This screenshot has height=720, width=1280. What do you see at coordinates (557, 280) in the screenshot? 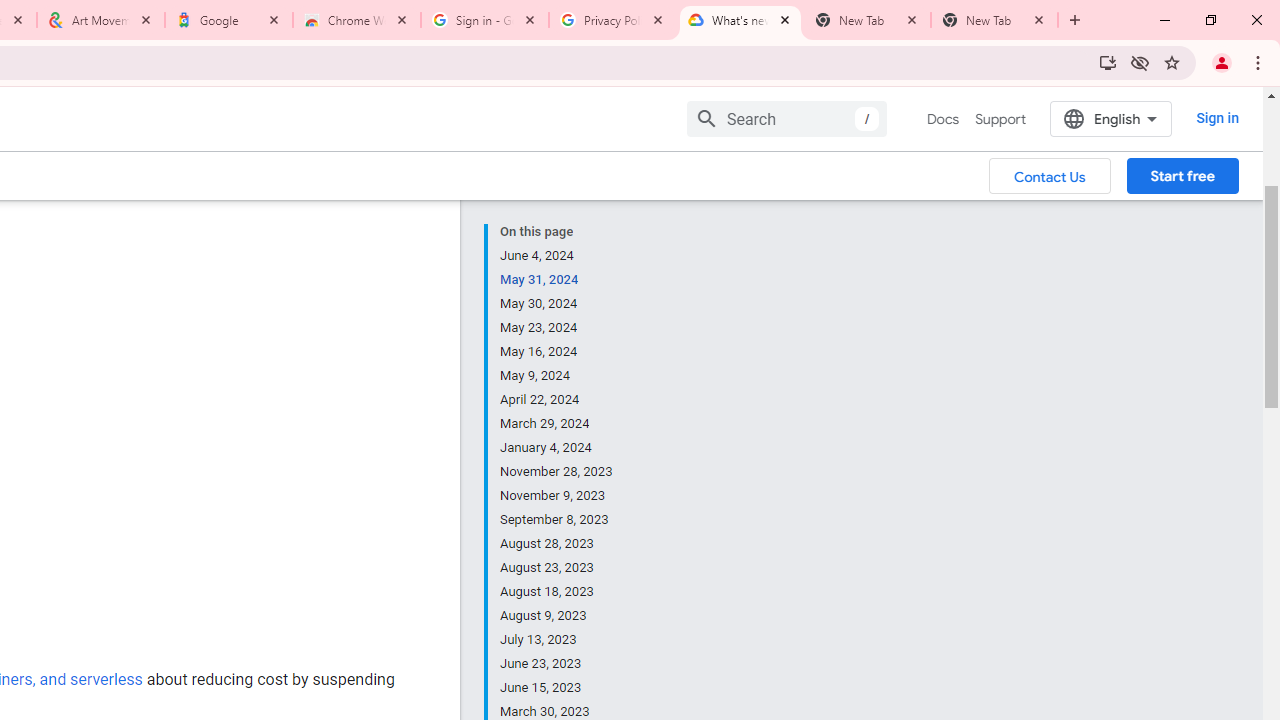
I see `'May 31, 2024'` at bounding box center [557, 280].